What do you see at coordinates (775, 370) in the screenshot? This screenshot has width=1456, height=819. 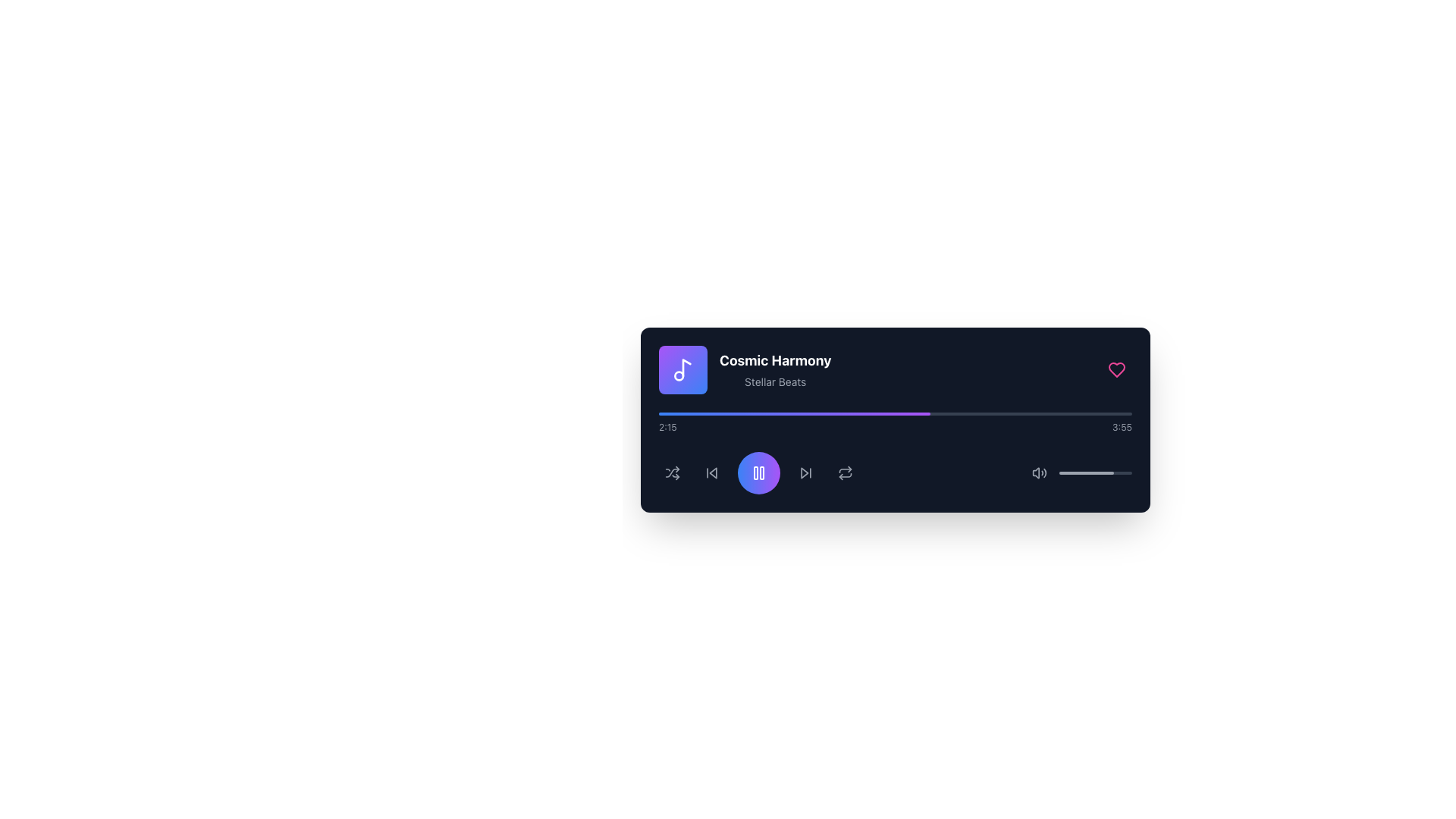 I see `text display that shows the currently playing track's title and artist, located on the right-hand side of the square music icon` at bounding box center [775, 370].